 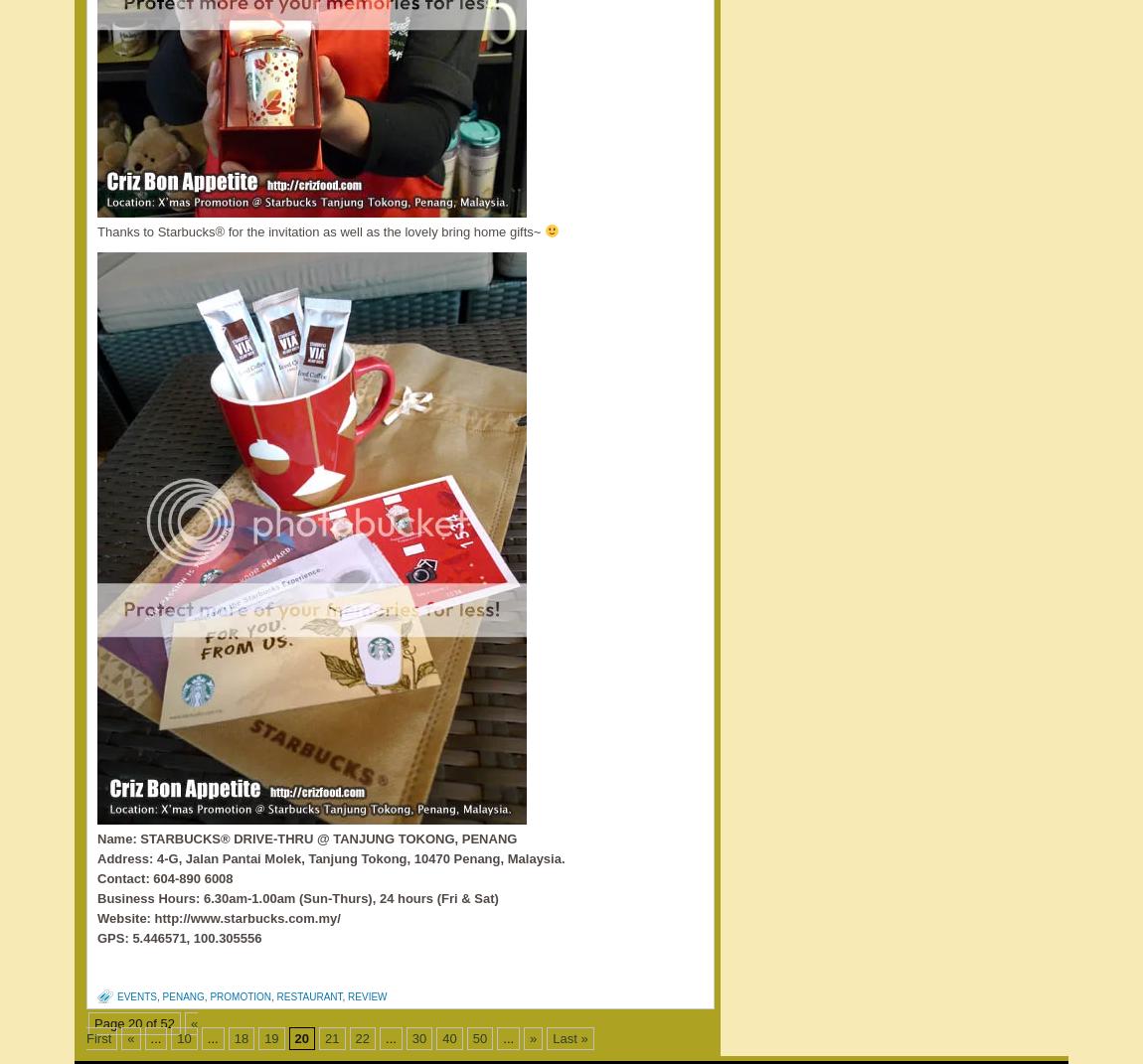 What do you see at coordinates (321, 231) in the screenshot?
I see `'Thanks to Starbucks® for the invitation as well as the lovely bring home gifts~'` at bounding box center [321, 231].